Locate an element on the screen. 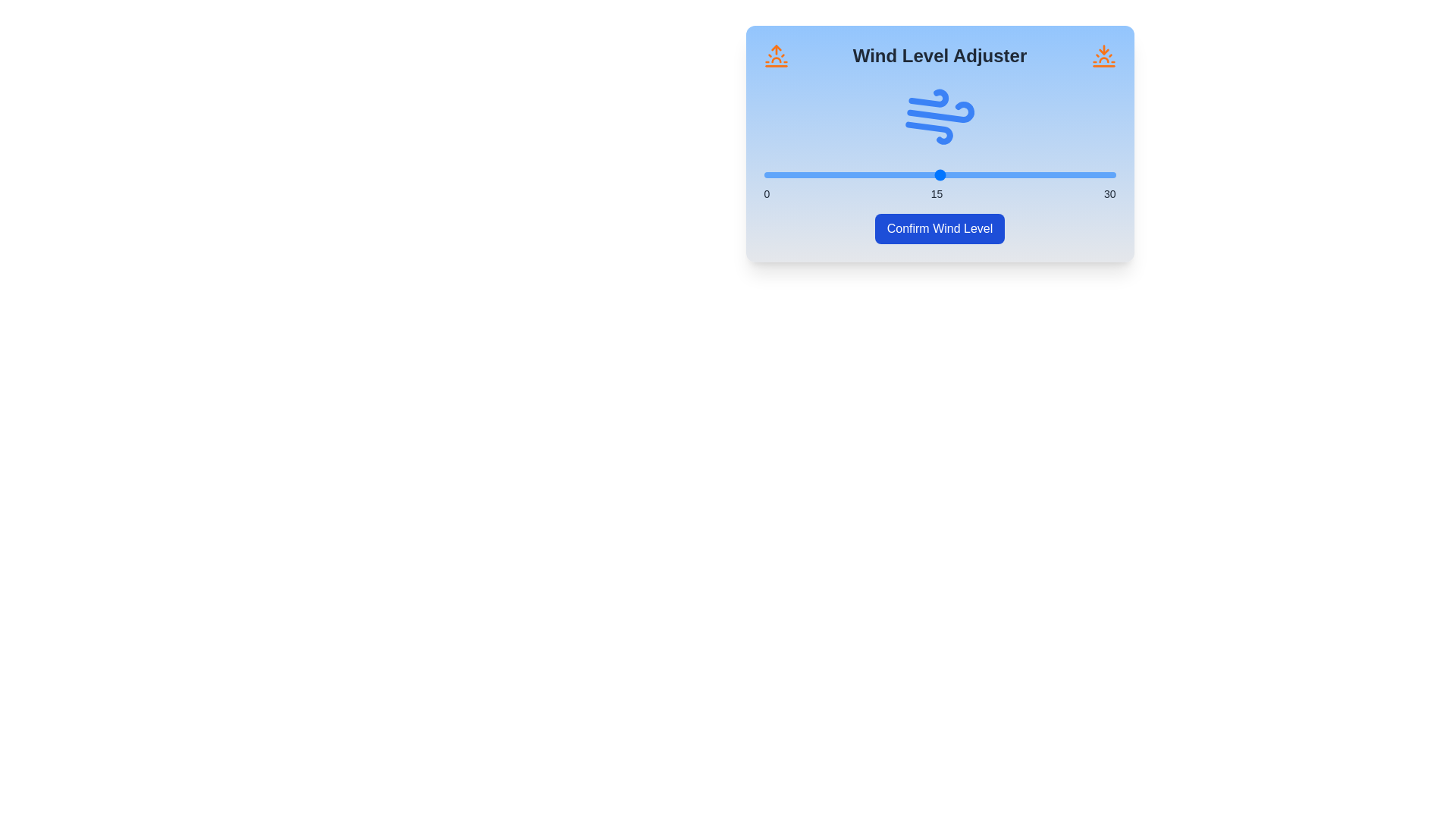 The height and width of the screenshot is (819, 1456). the wind level to 3 by moving the slider is located at coordinates (798, 174).